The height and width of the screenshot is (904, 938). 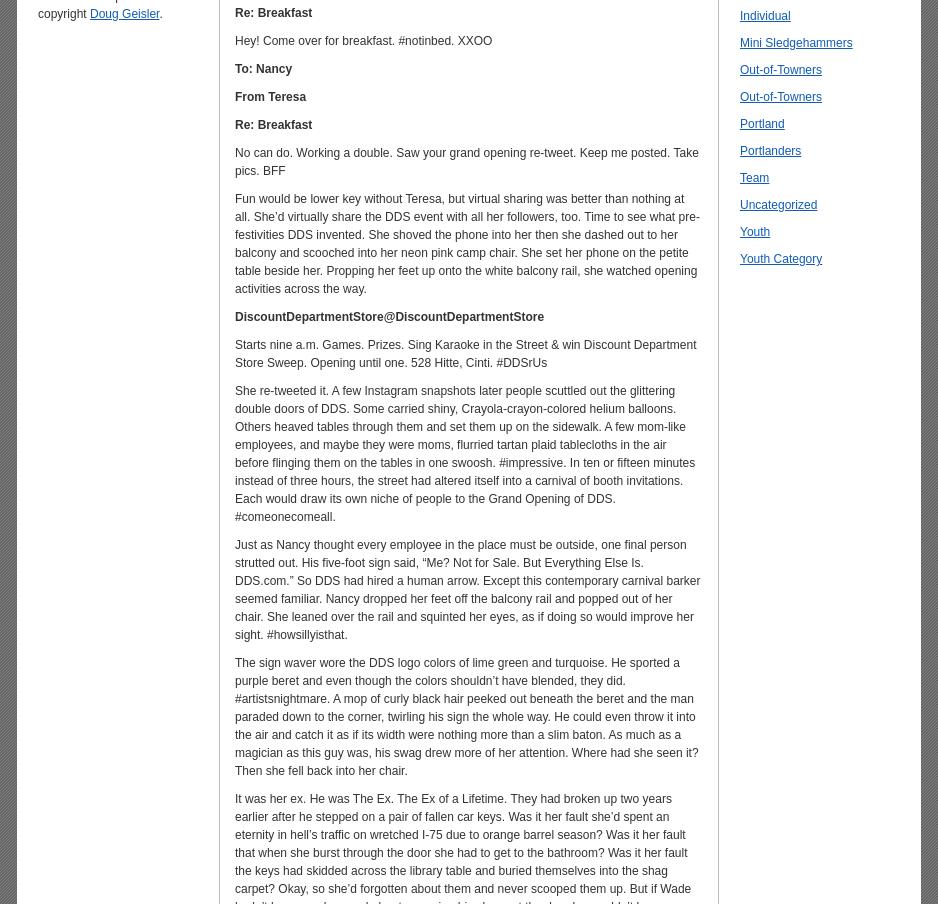 I want to click on 'Doug Geisler', so click(x=123, y=13).